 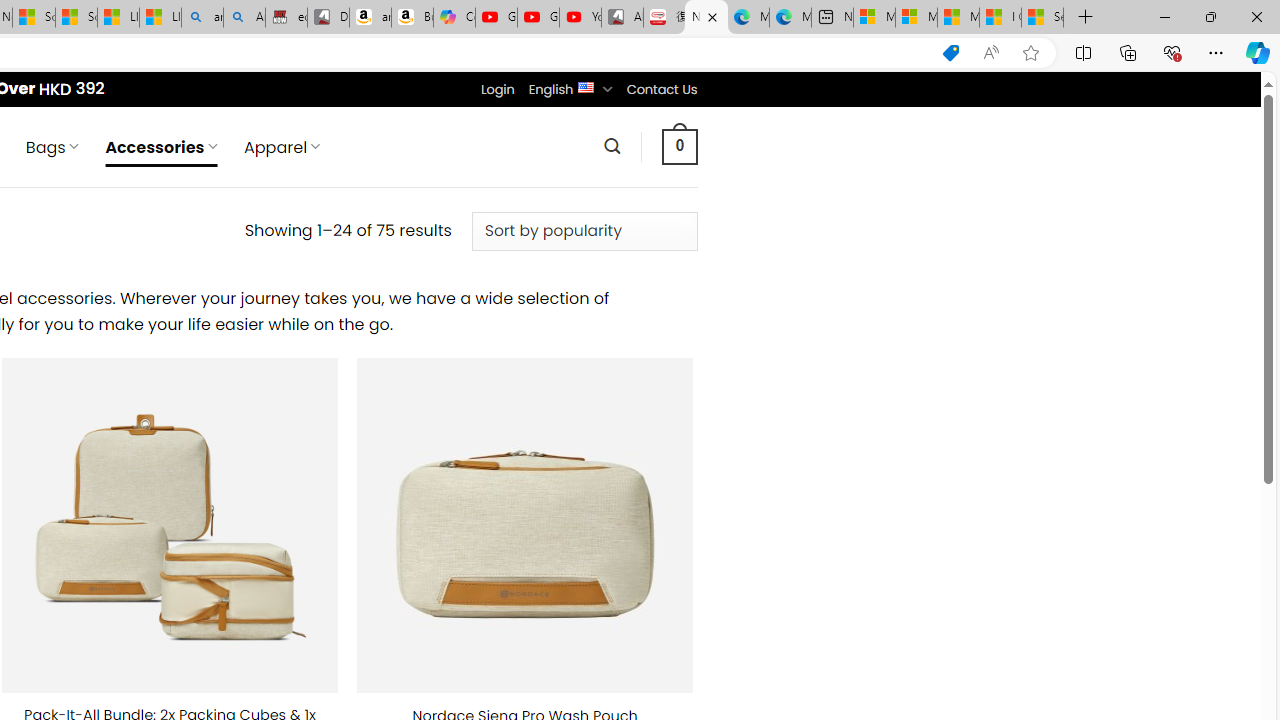 I want to click on 'This site has coupons! Shopping in Microsoft Edge', so click(x=950, y=52).